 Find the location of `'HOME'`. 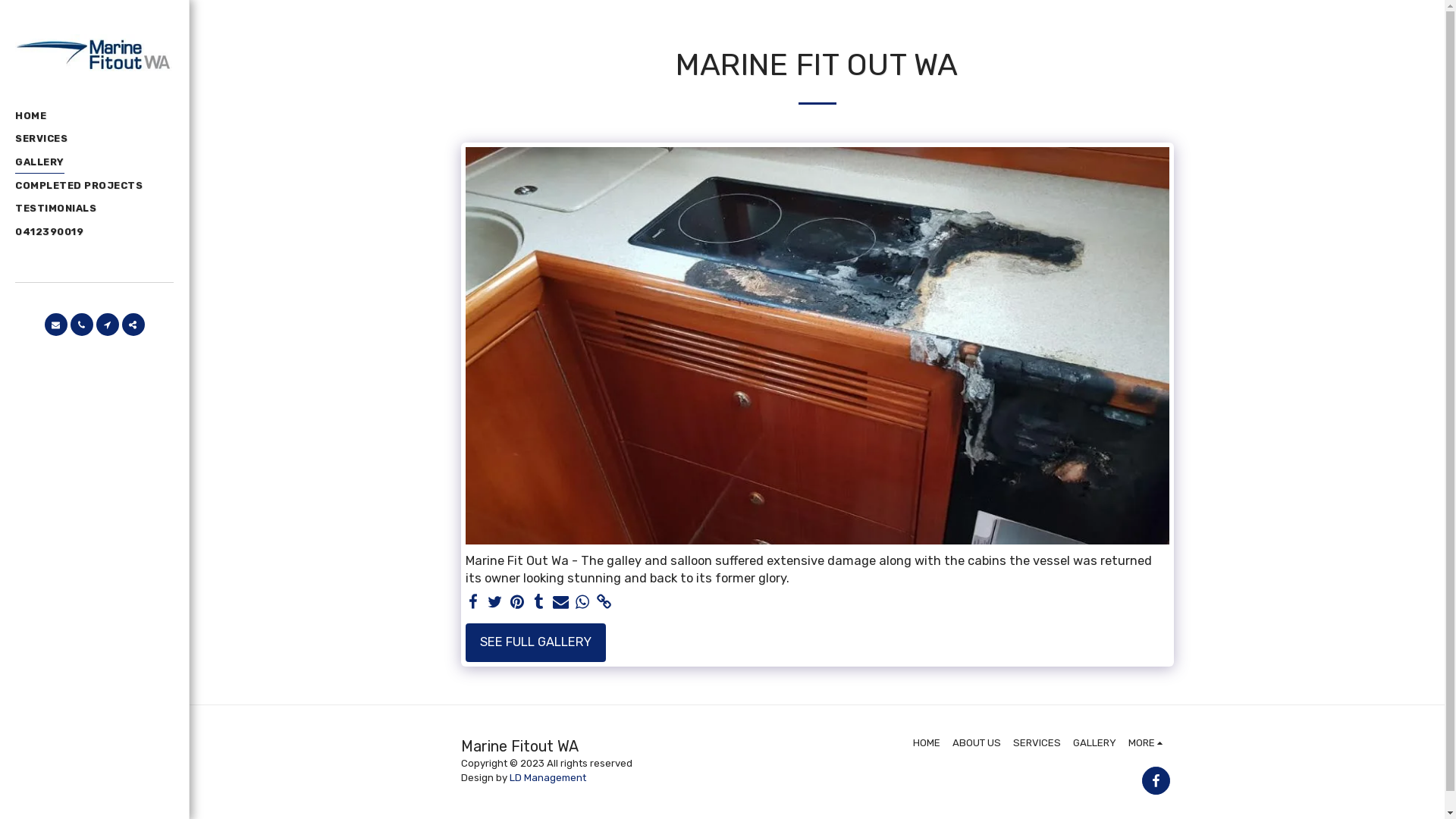

'HOME' is located at coordinates (926, 742).